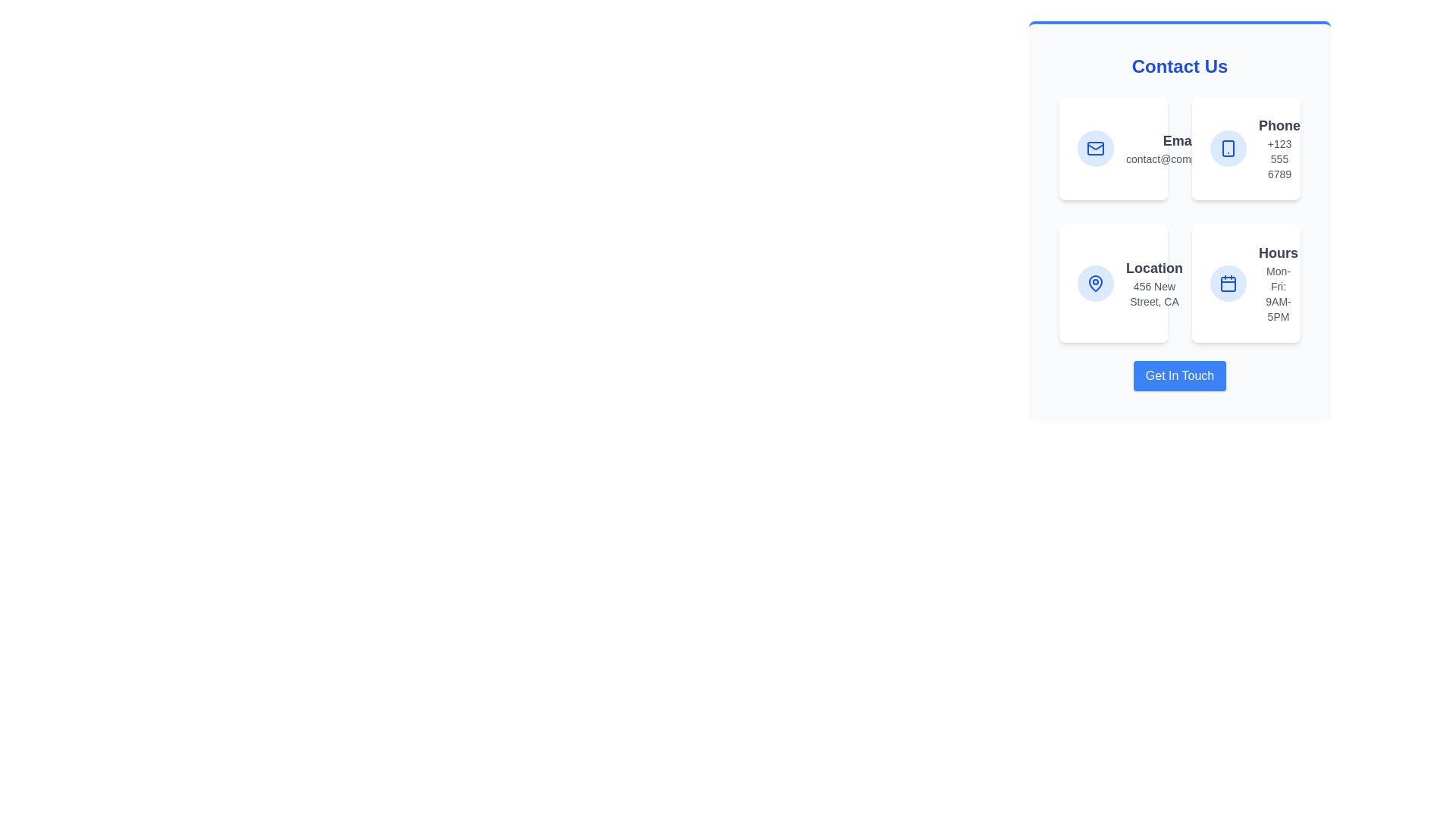 The height and width of the screenshot is (819, 1456). Describe the element at coordinates (1277, 294) in the screenshot. I see `the text label that reads 'Mon-Fri: 9AM-5PM', which is styled in a small gray font and positioned below the 'Hours' text in the 'Contact Us' section` at that location.